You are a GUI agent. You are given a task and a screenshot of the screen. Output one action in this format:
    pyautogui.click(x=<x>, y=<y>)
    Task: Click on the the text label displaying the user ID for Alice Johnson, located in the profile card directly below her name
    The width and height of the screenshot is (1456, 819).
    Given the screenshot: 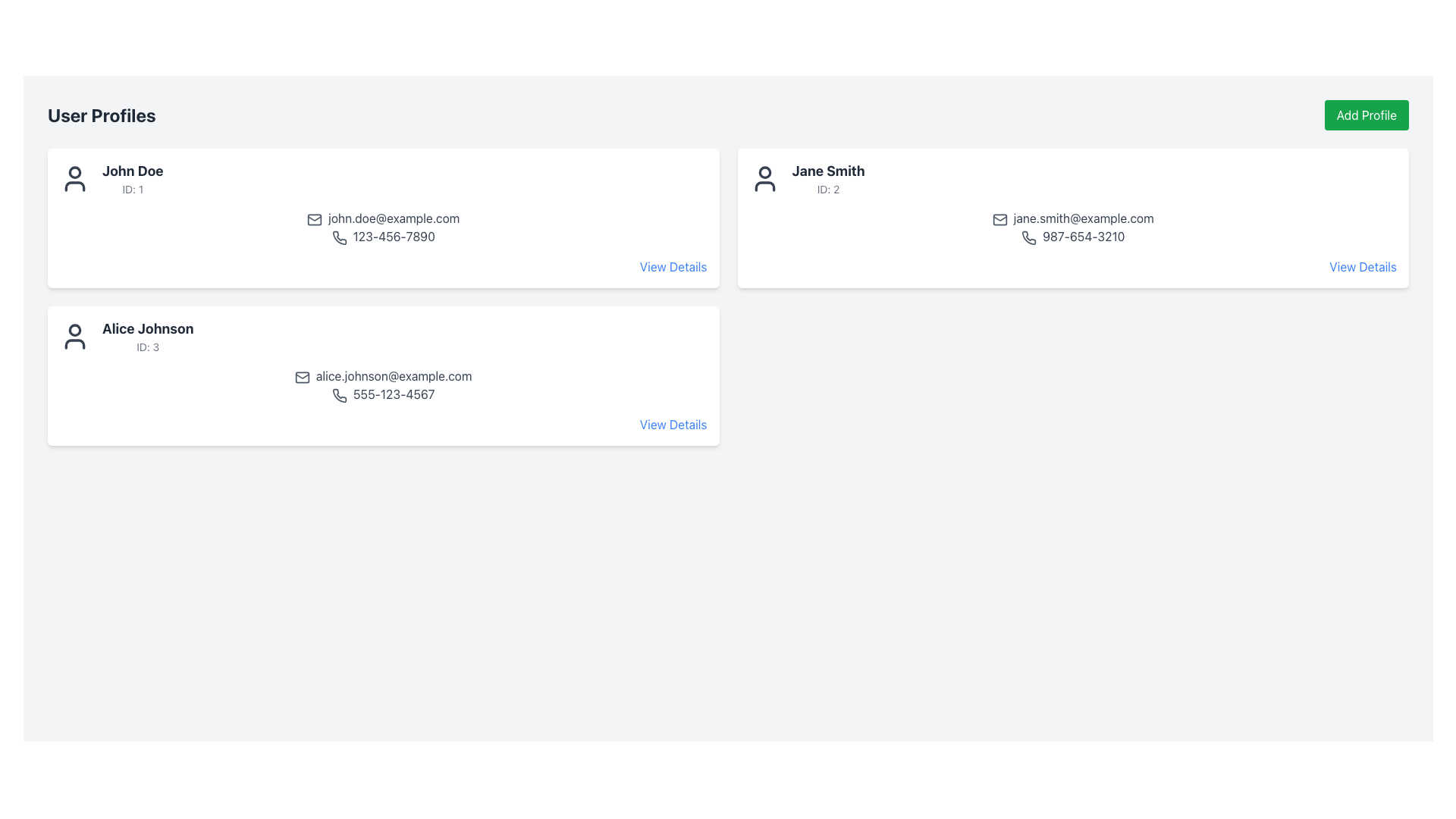 What is the action you would take?
    pyautogui.click(x=148, y=347)
    